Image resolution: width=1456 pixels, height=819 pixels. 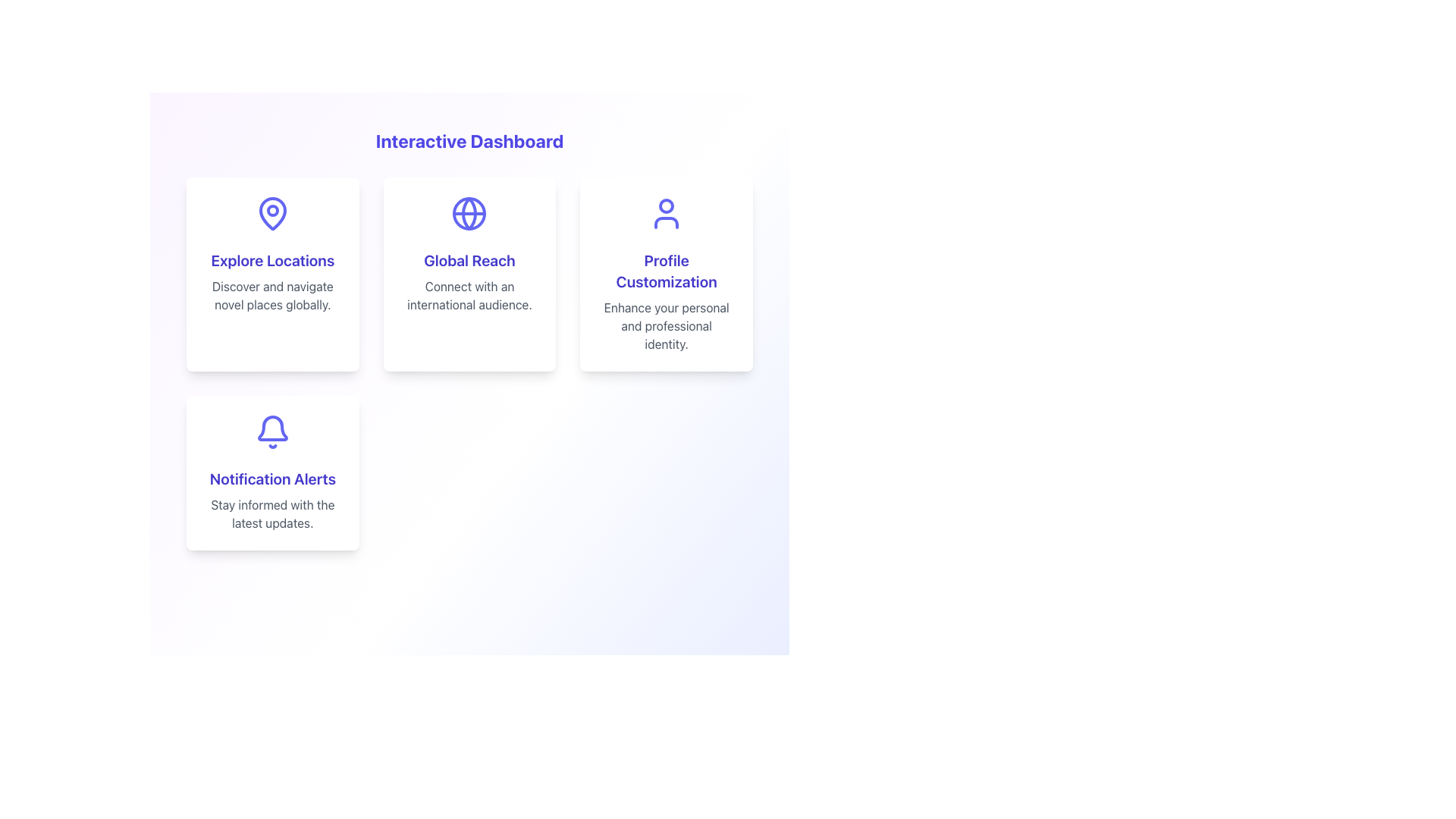 What do you see at coordinates (667, 325) in the screenshot?
I see `the descriptive text label that provides additional information about the 'Profile Customization' feature, located centrally below the heading 'Profile Customization' within the card` at bounding box center [667, 325].